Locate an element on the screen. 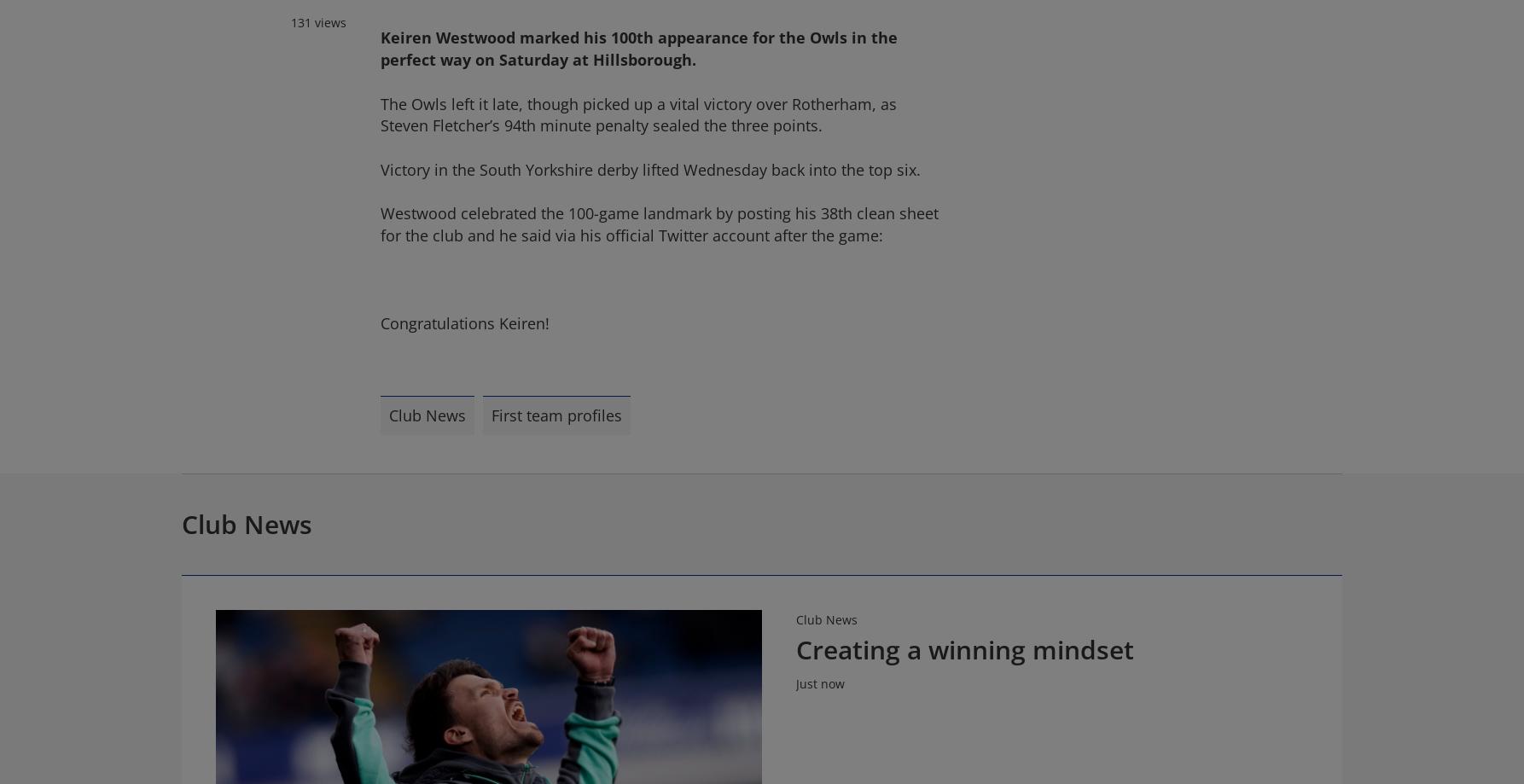 This screenshot has height=784, width=1524. 'Victory in the South Yorkshire derby lifted Wednesday back into the top six.' is located at coordinates (649, 169).